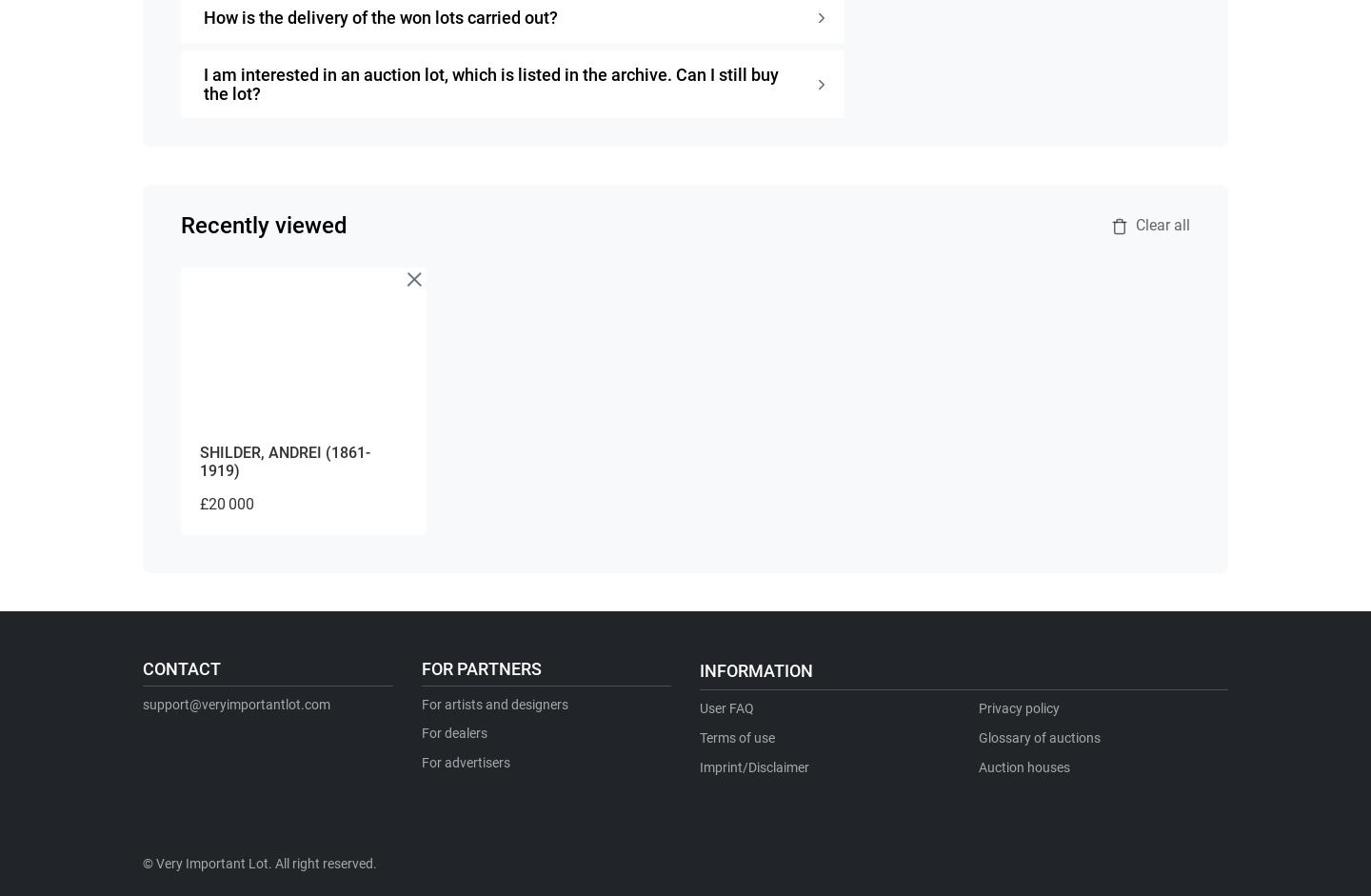 This screenshot has width=1371, height=896. I want to click on 'Contact', so click(181, 667).